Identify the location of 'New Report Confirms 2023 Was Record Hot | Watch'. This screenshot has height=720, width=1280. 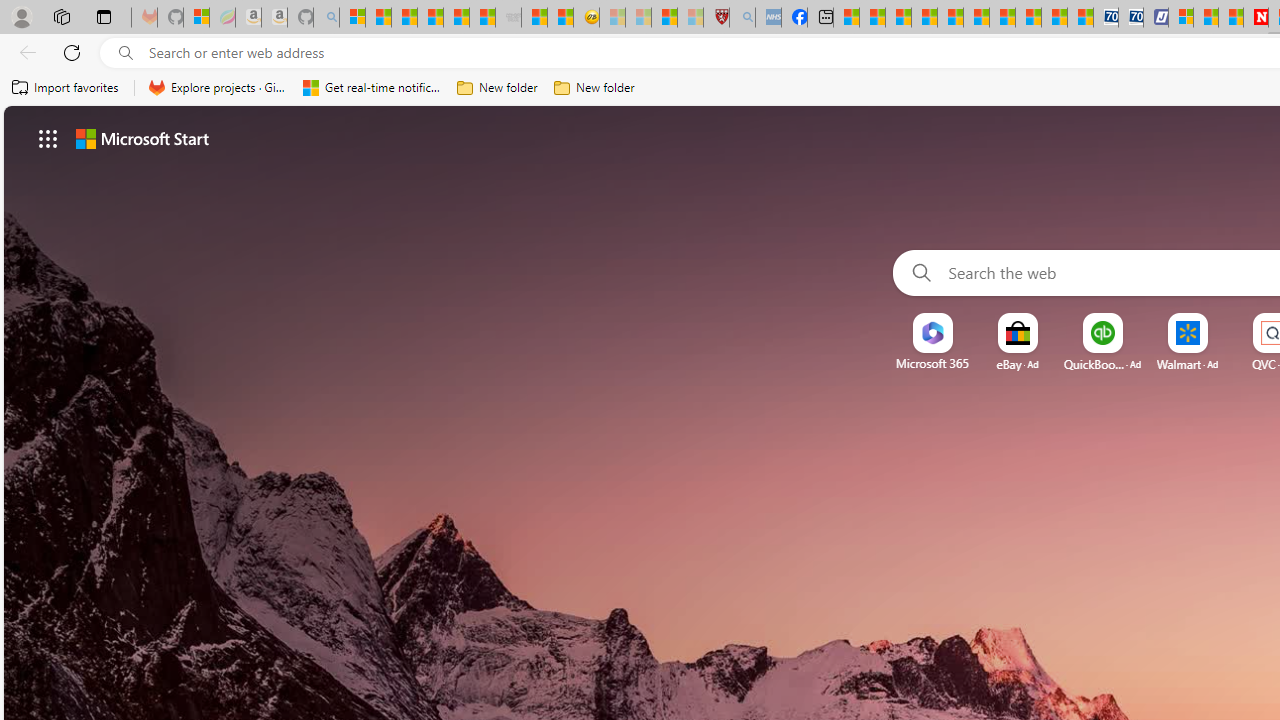
(455, 17).